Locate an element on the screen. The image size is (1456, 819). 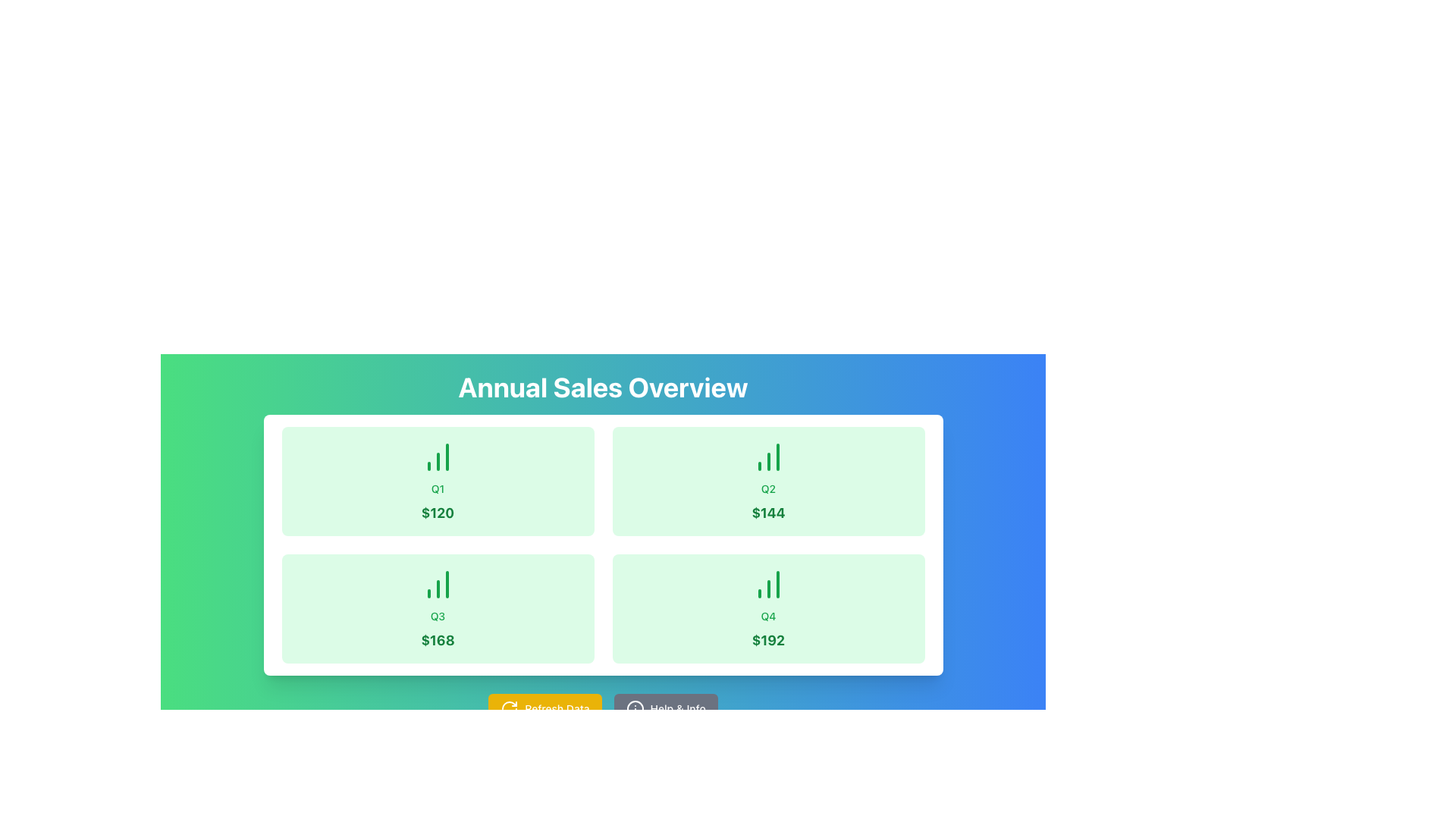
the graphical chart representation icon for the fourth quarter located in the bottom-right quadrant of the main interface, above the text 'Q4' and '$192' is located at coordinates (768, 584).